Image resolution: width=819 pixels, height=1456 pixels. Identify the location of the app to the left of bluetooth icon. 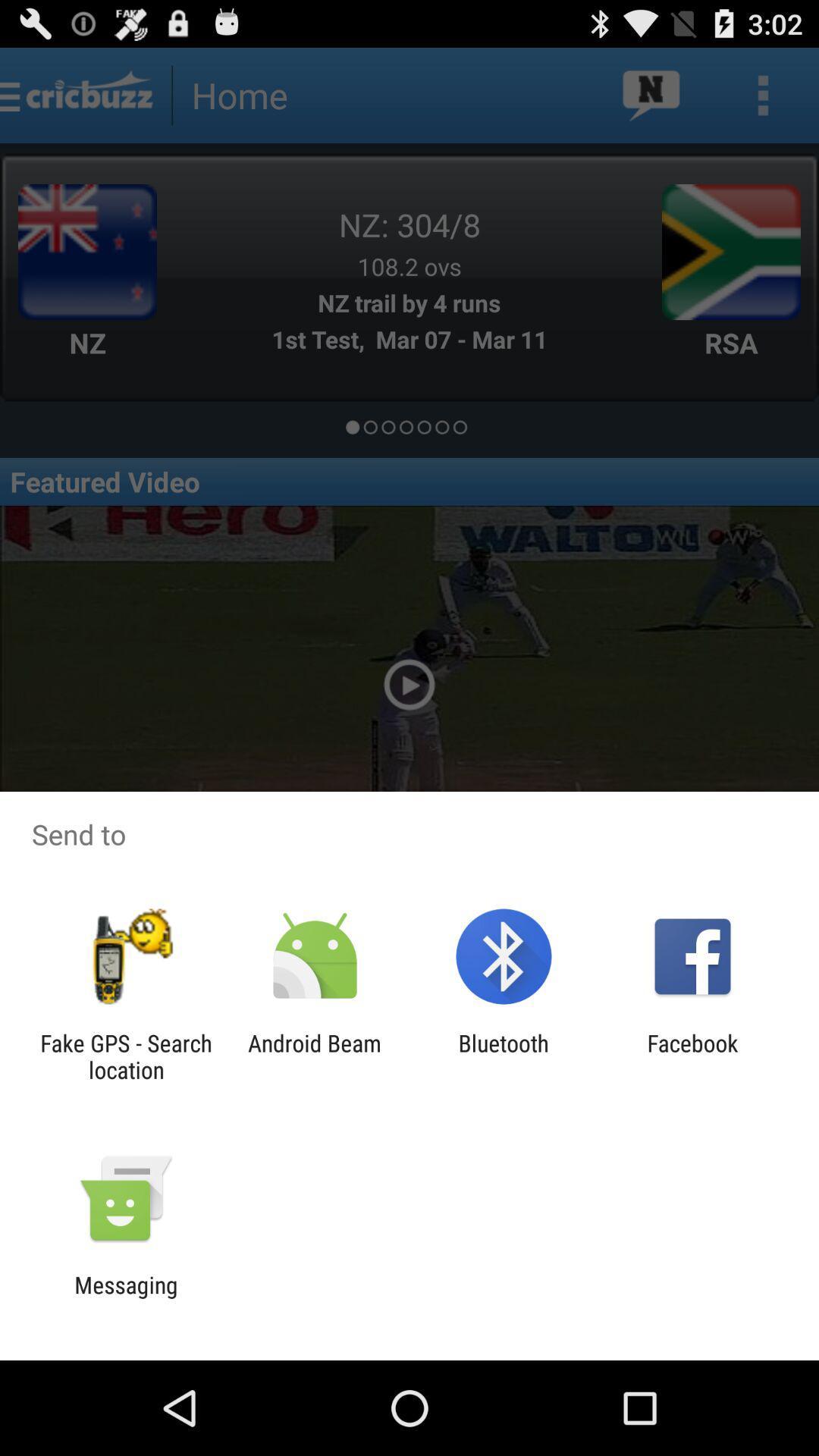
(314, 1056).